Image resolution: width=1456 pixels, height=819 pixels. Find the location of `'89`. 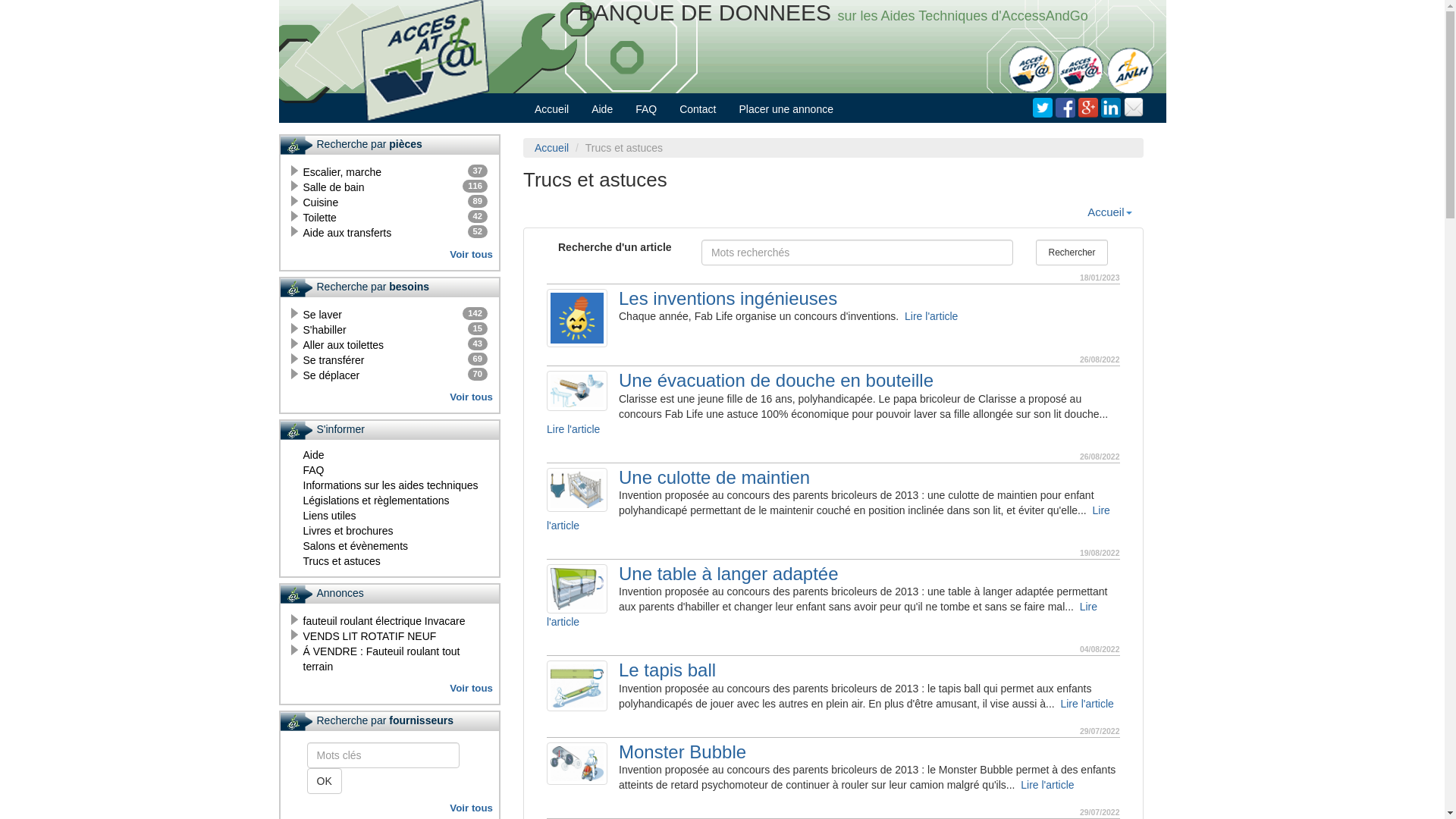

'89 is located at coordinates (320, 201).